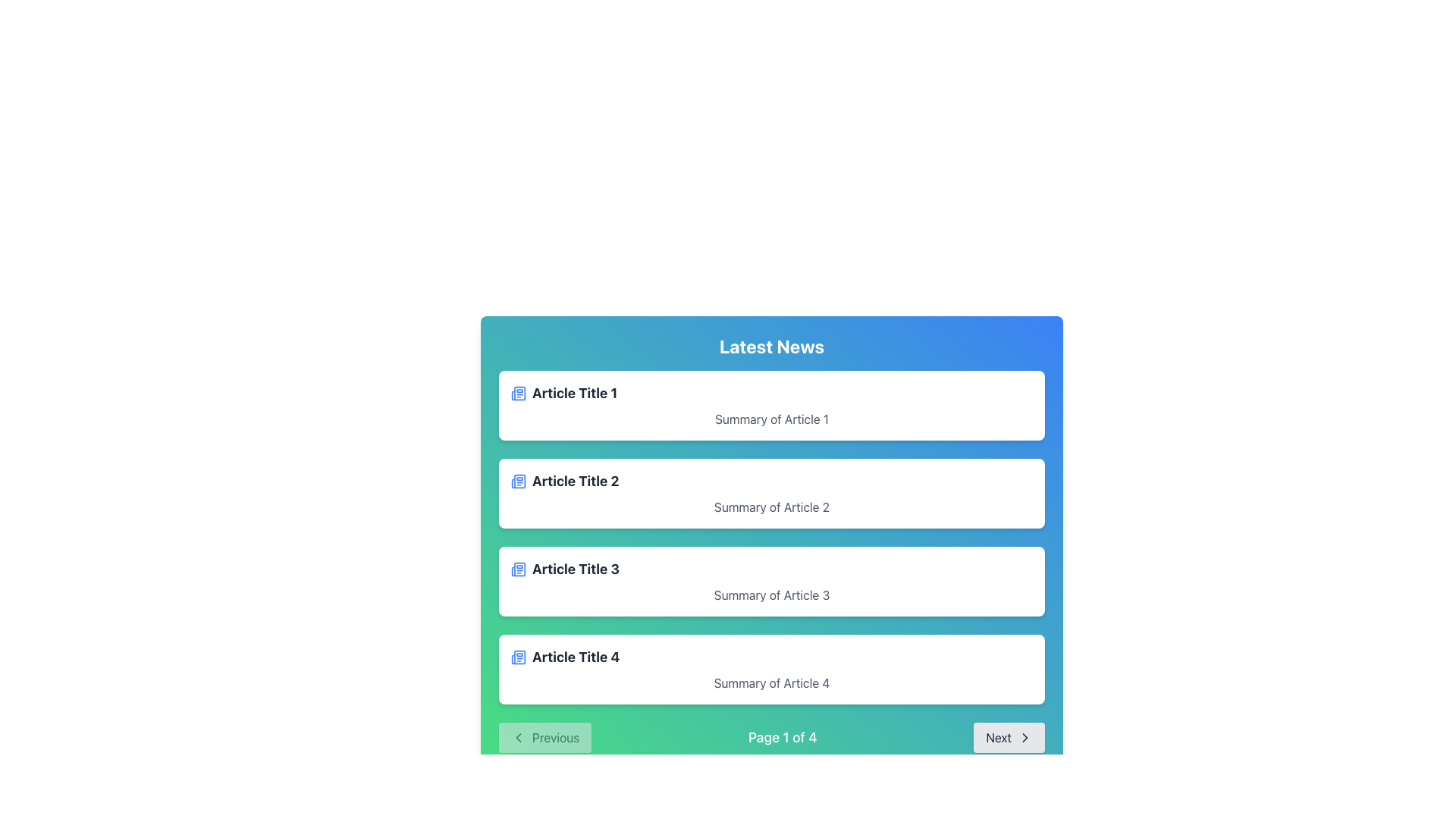  Describe the element at coordinates (575, 482) in the screenshot. I see `the text label 'Article Title 2', which is styled with bold and large font and aligned next to a newspaper icon in the 'Latest News' section` at that location.